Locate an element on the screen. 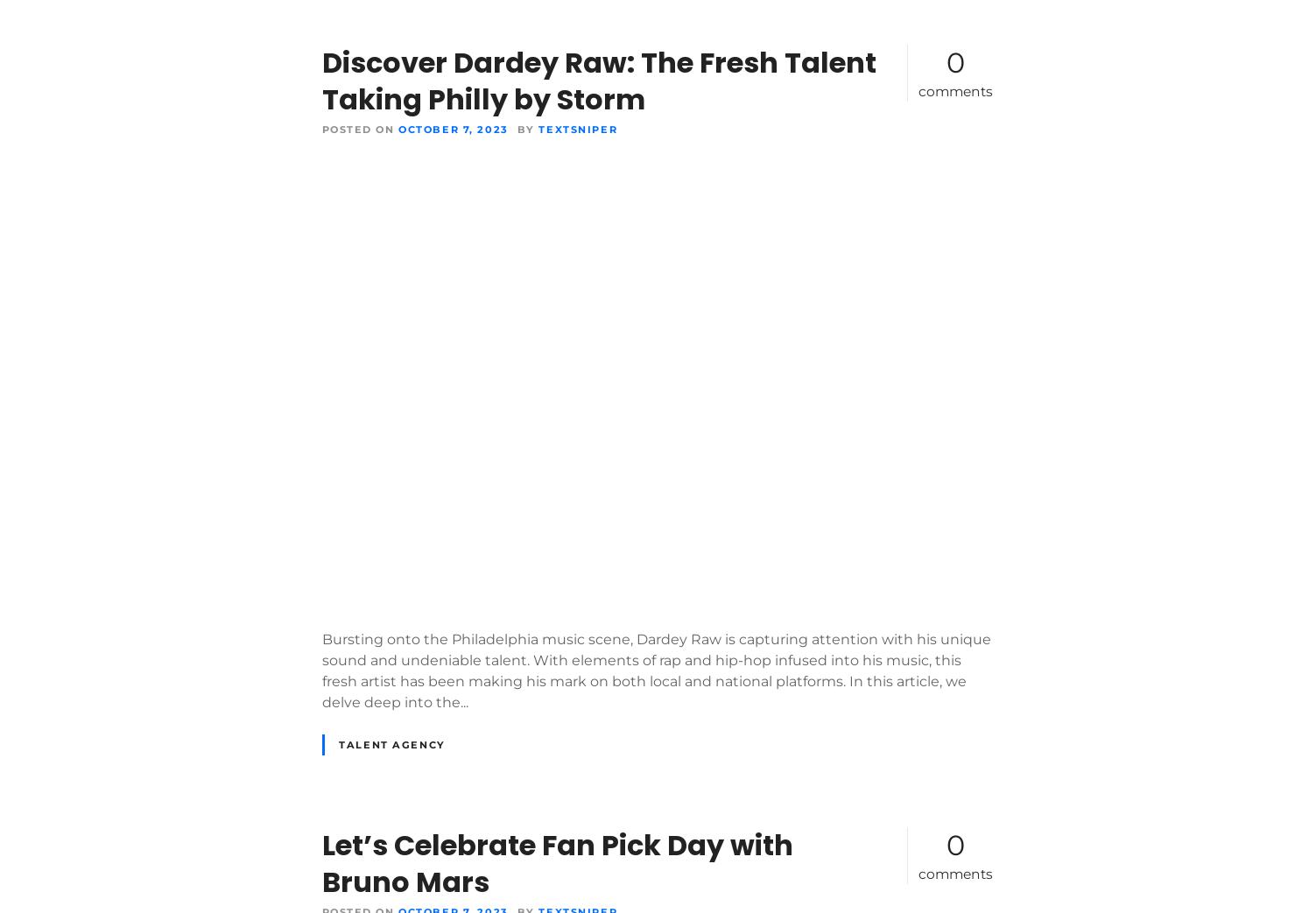  'Let’s Celebrate Fan Pick Day with Bruno Mars' is located at coordinates (556, 863).